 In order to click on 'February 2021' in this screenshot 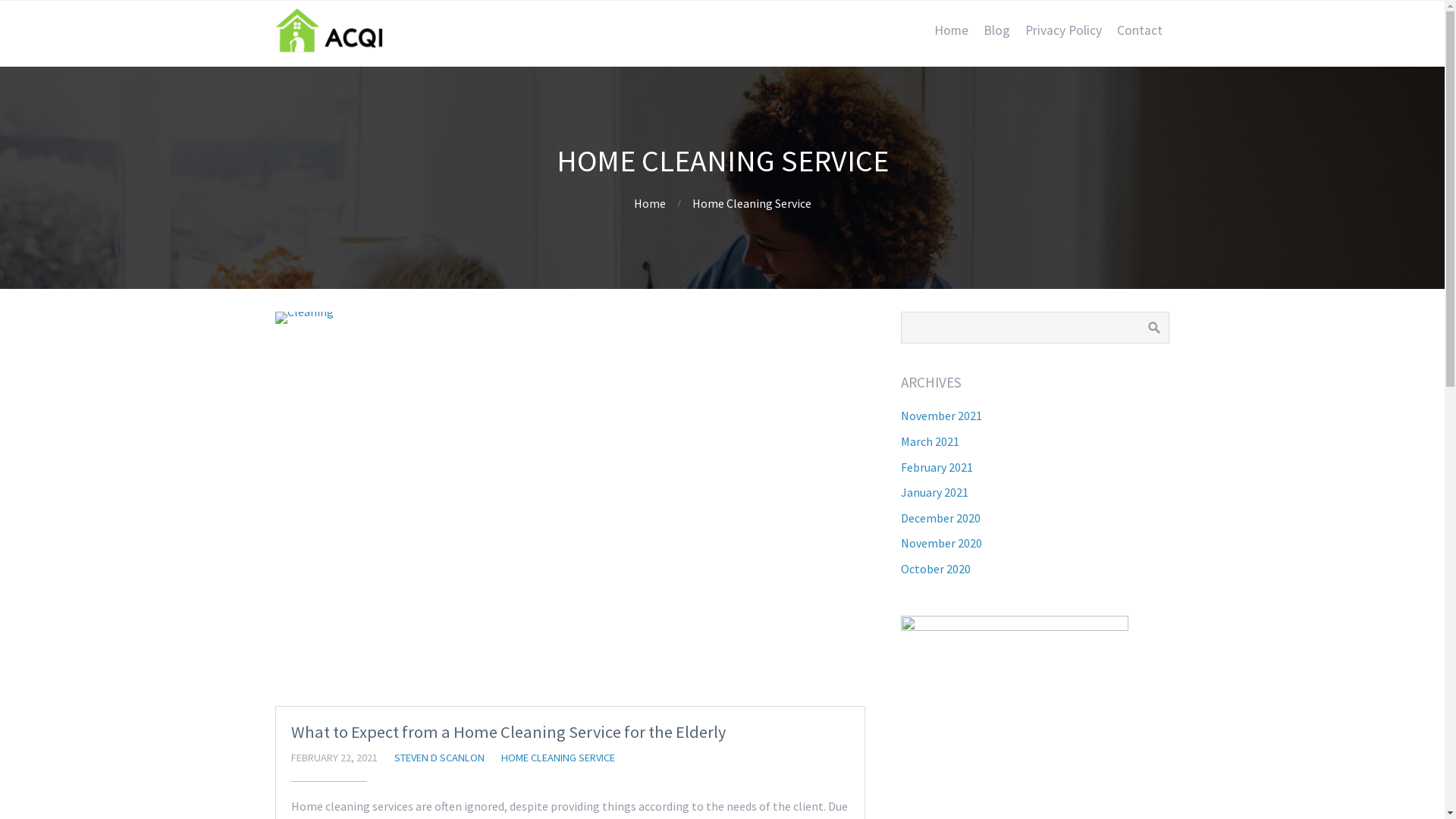, I will do `click(936, 466)`.